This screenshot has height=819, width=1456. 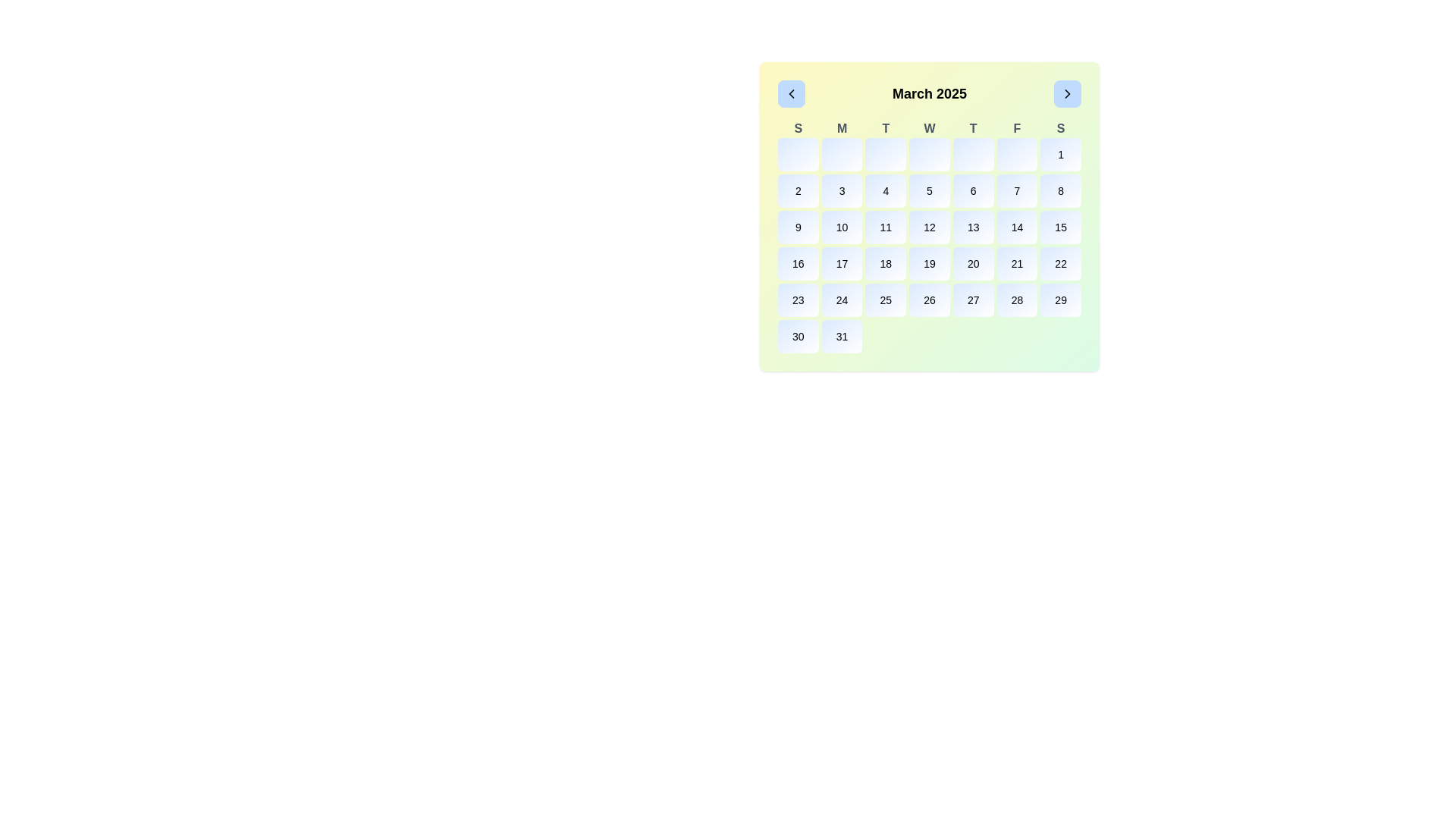 What do you see at coordinates (797, 335) in the screenshot?
I see `the button representing the 30th day in the calendar interface` at bounding box center [797, 335].